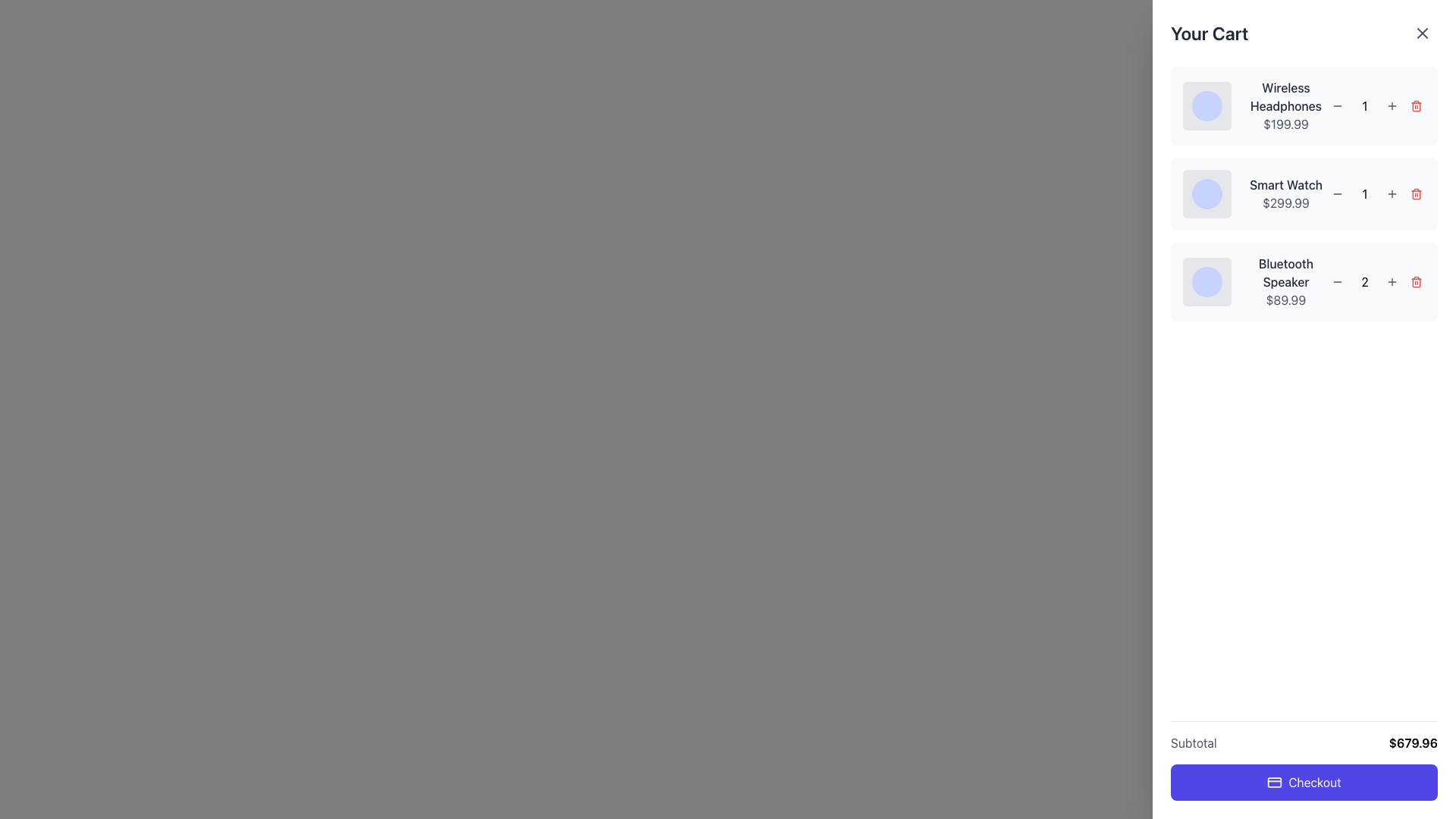  What do you see at coordinates (1376, 281) in the screenshot?
I see `the numeric display showing the quantity of the 'Bluetooth Speaker' product in the cart, which currently displays '2'` at bounding box center [1376, 281].